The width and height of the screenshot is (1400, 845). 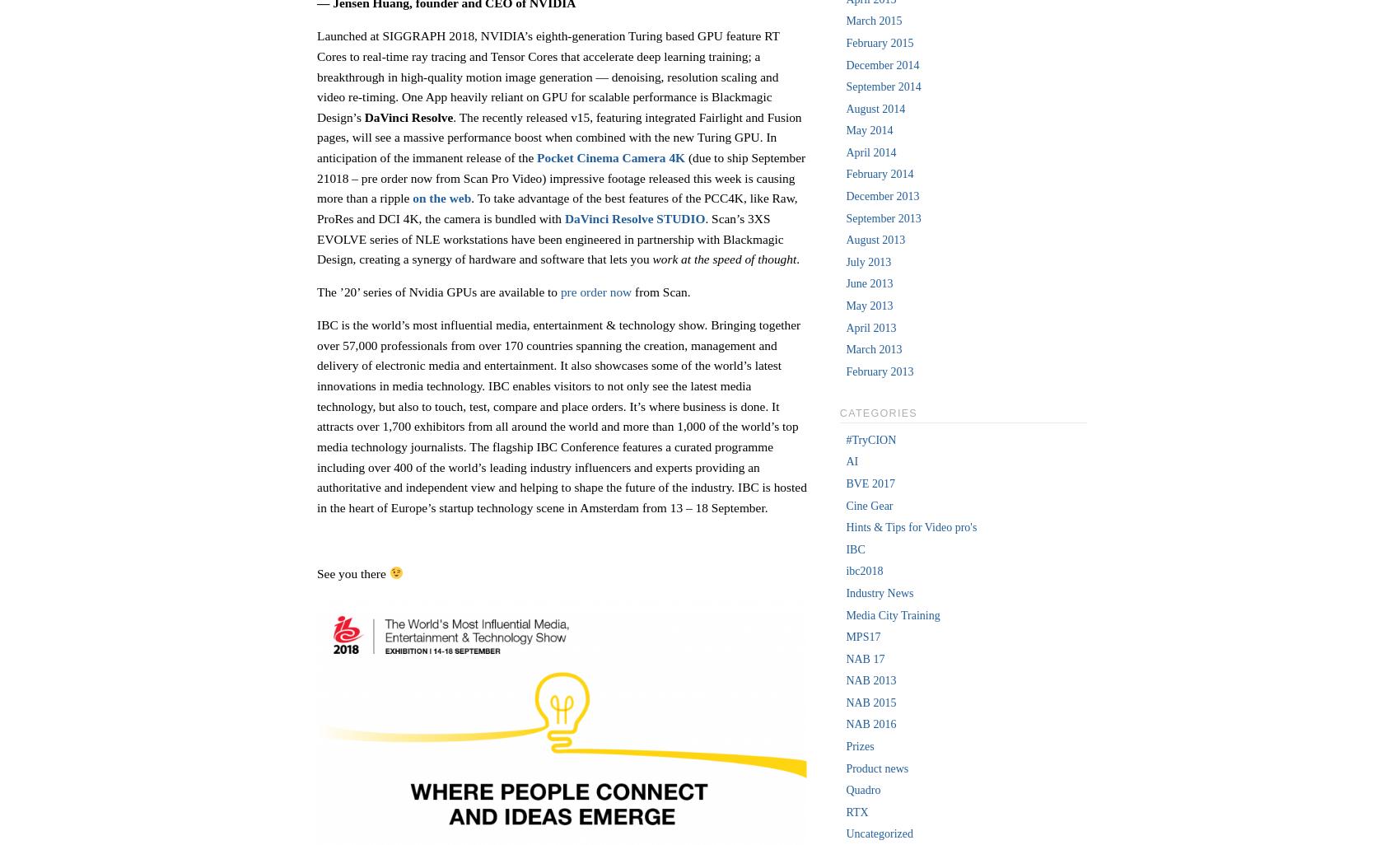 What do you see at coordinates (844, 371) in the screenshot?
I see `'February 2013'` at bounding box center [844, 371].